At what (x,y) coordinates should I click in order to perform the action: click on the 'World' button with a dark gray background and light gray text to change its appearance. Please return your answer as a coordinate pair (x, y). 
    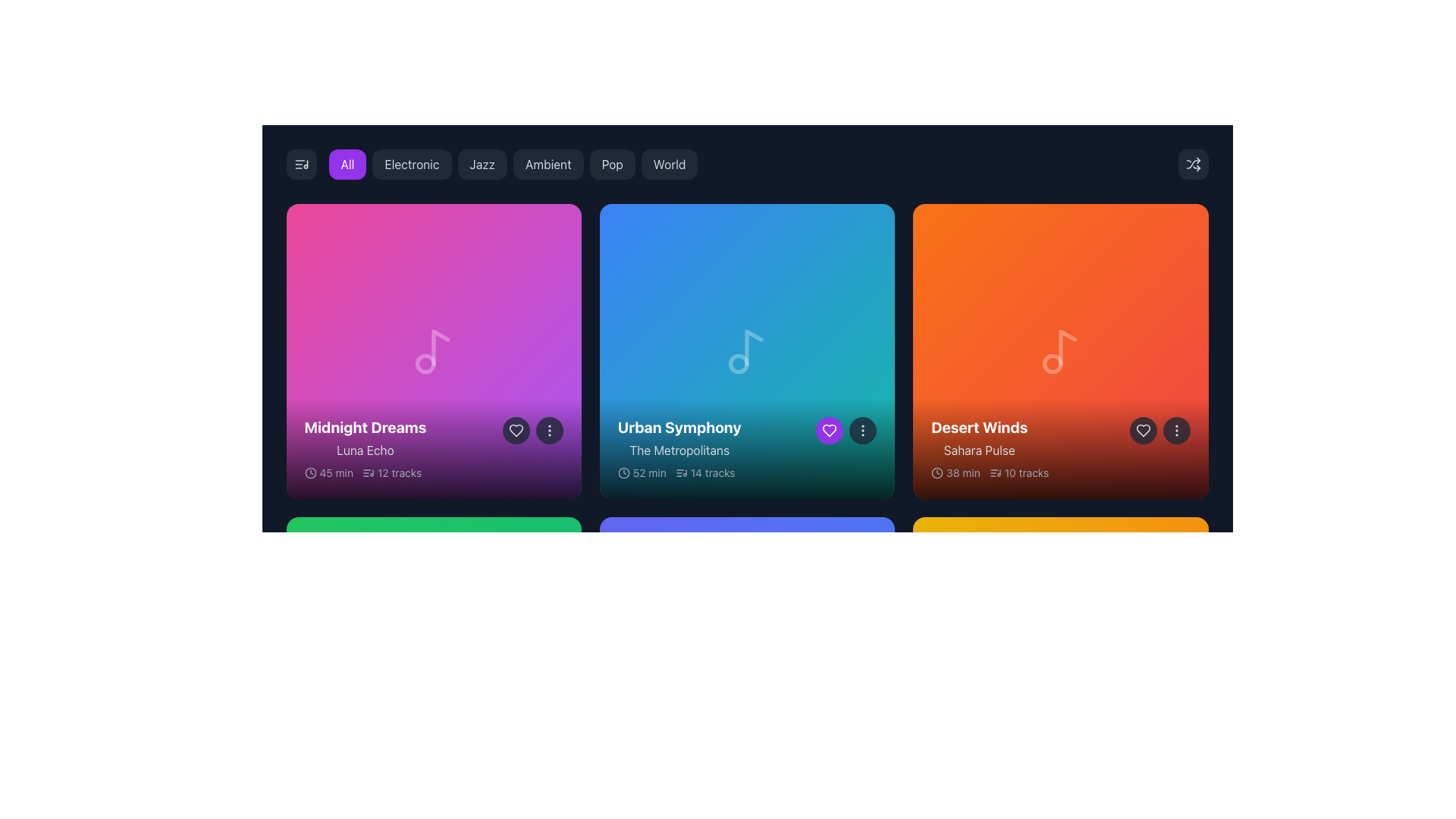
    Looking at the image, I should click on (669, 164).